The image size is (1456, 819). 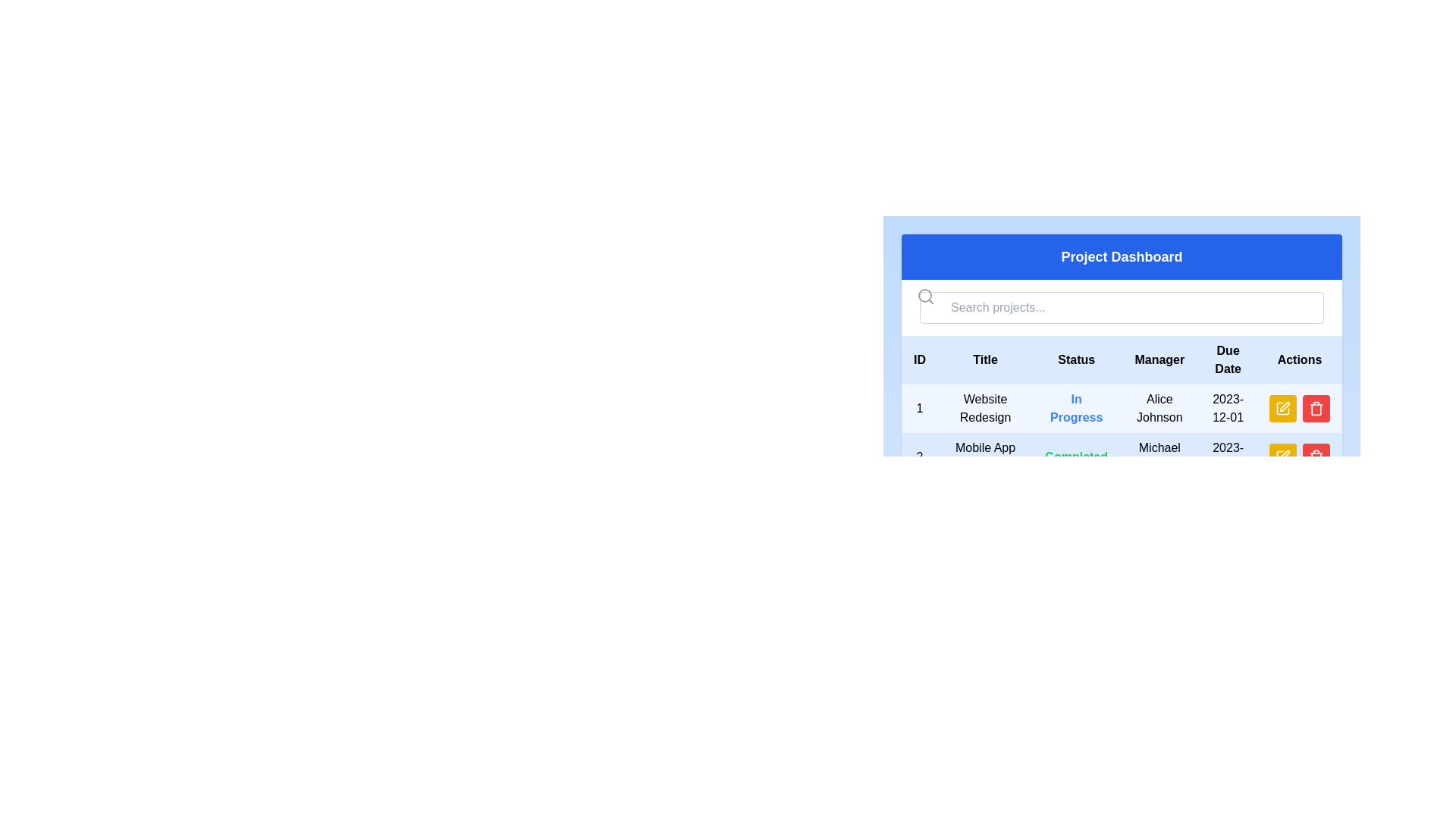 I want to click on the Text label displaying the due date for the 'Mobile App Launch' project in the rightmost cell of the 'Due Date' column in the Project Dashboard, so click(x=1228, y=456).